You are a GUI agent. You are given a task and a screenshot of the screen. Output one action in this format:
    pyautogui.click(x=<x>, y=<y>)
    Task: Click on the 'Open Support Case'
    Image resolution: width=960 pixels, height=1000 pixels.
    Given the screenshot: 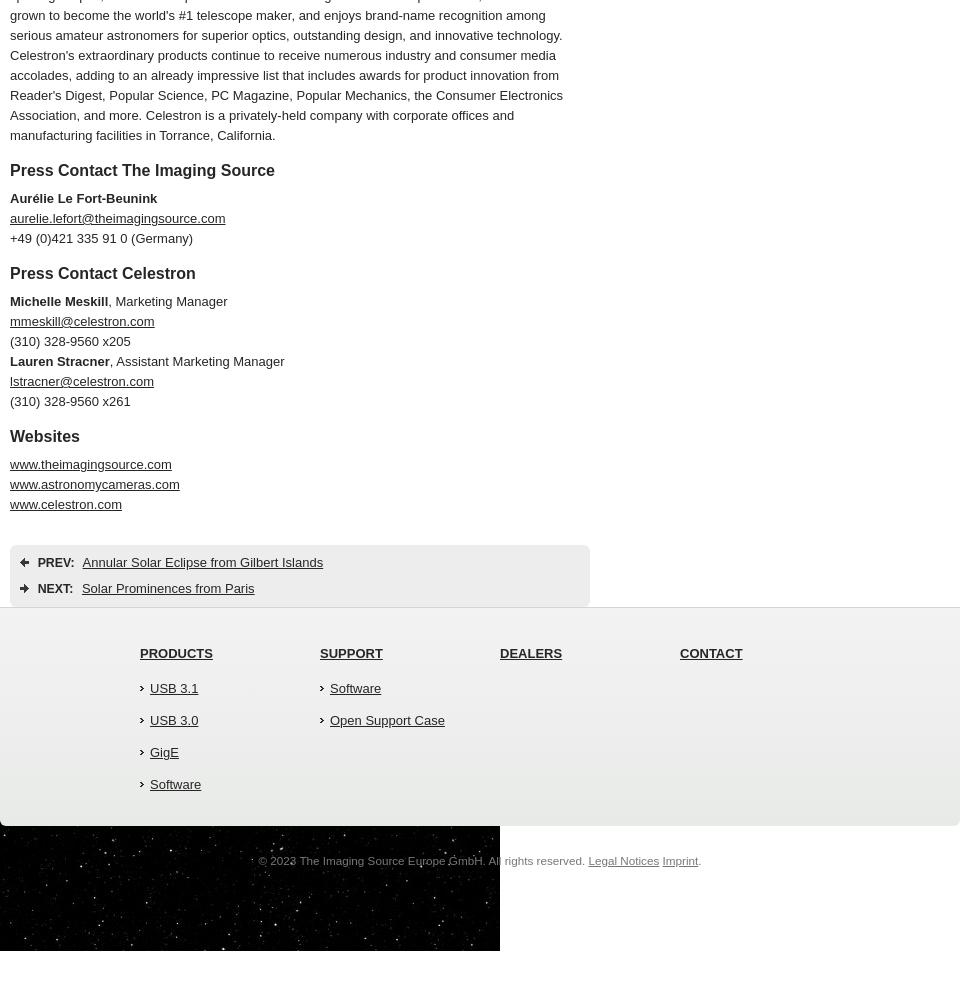 What is the action you would take?
    pyautogui.click(x=385, y=719)
    